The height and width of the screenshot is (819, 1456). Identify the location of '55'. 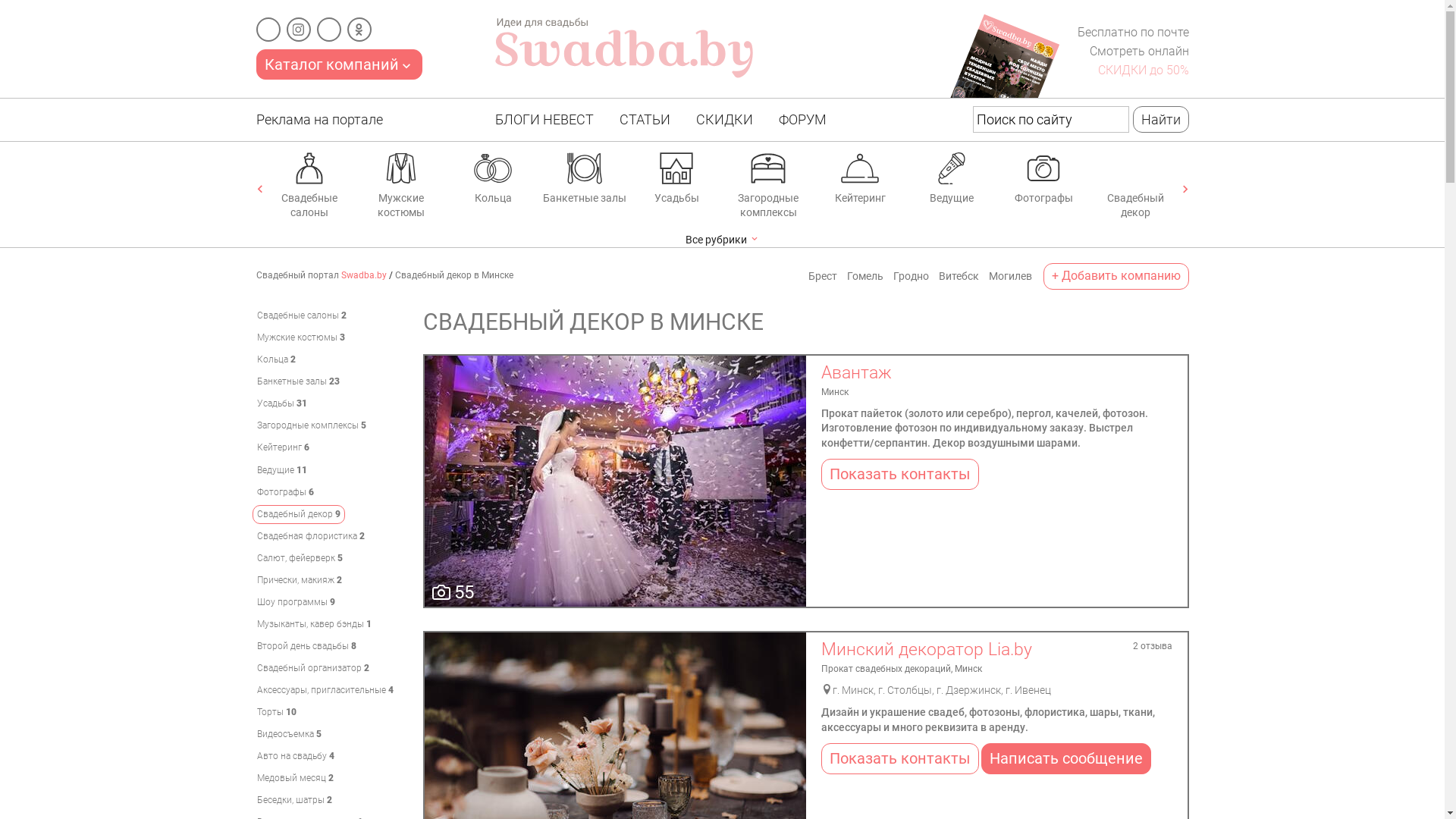
(615, 481).